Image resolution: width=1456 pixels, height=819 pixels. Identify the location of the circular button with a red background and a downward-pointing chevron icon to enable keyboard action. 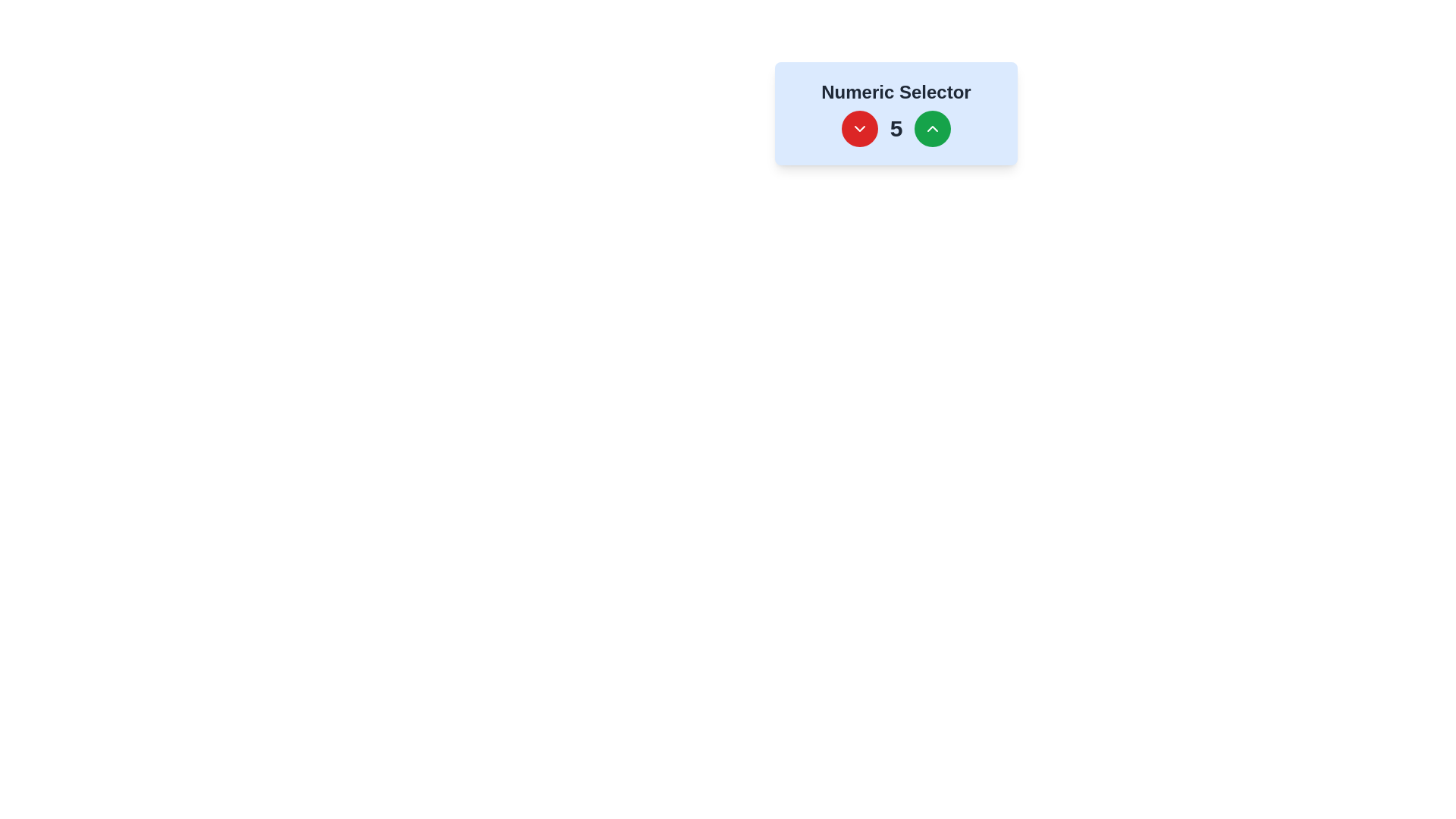
(859, 127).